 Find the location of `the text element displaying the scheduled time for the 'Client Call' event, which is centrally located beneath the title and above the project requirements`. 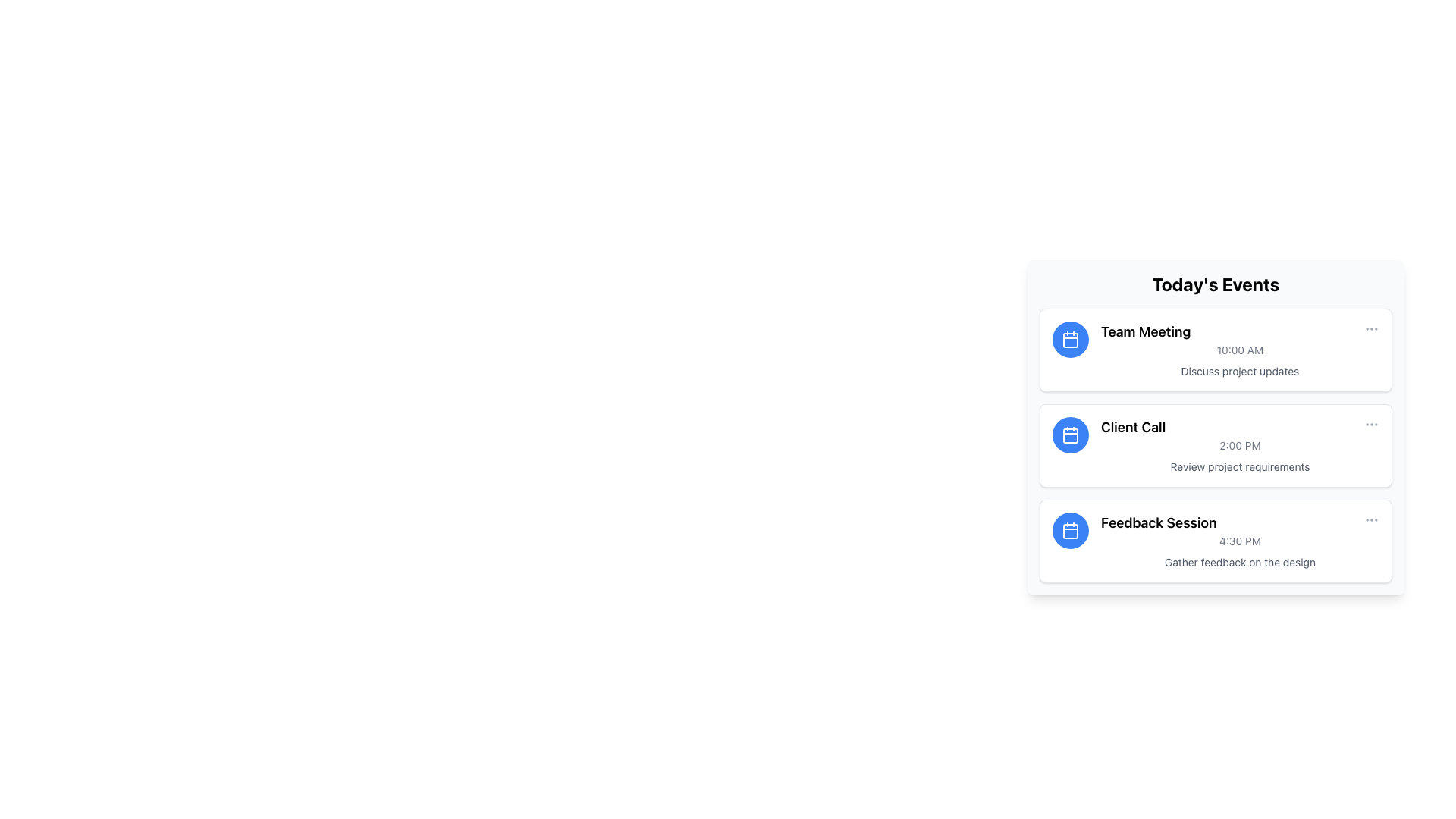

the text element displaying the scheduled time for the 'Client Call' event, which is centrally located beneath the title and above the project requirements is located at coordinates (1240, 444).